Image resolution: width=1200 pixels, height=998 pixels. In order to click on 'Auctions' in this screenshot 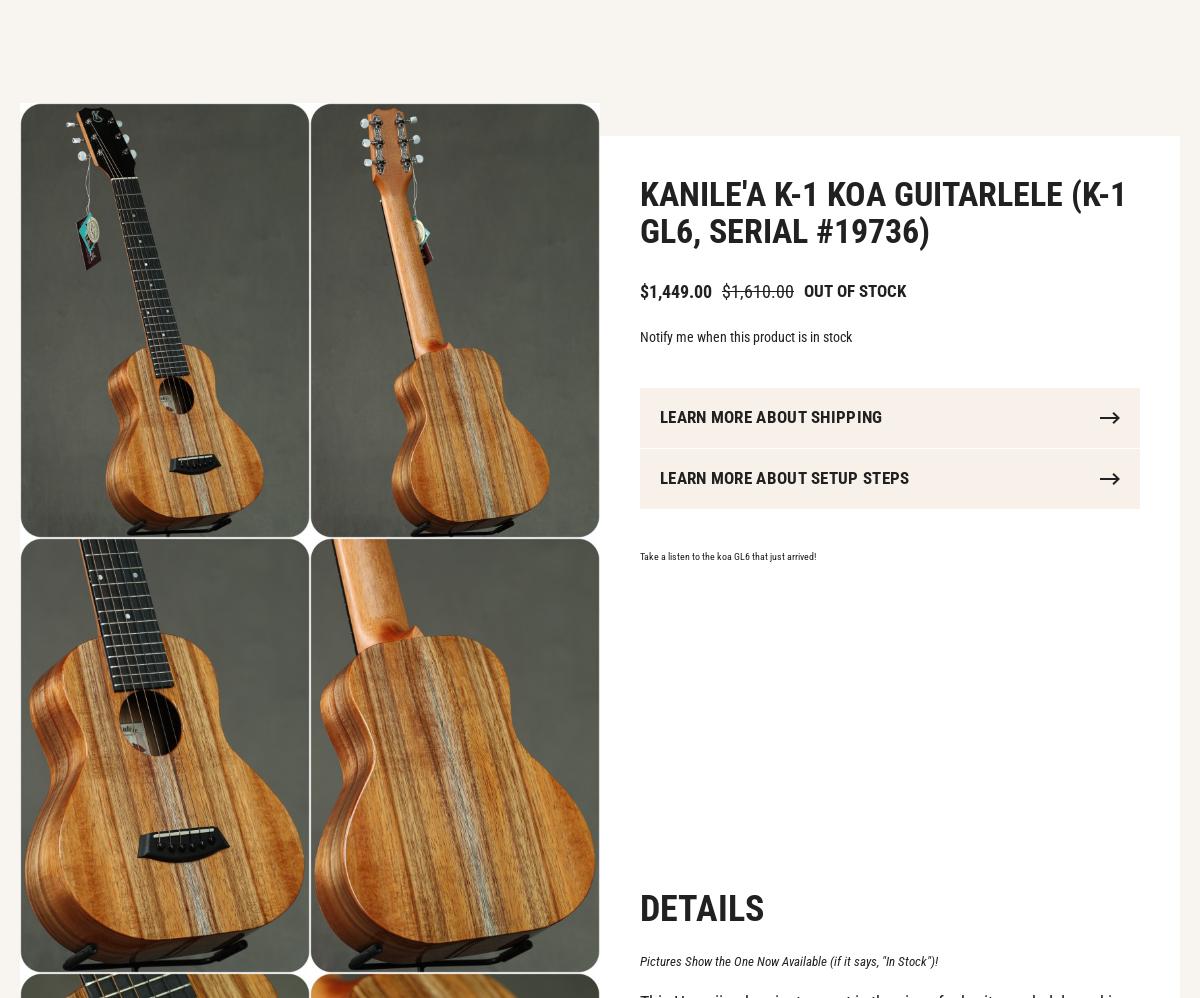, I will do `click(618, 50)`.